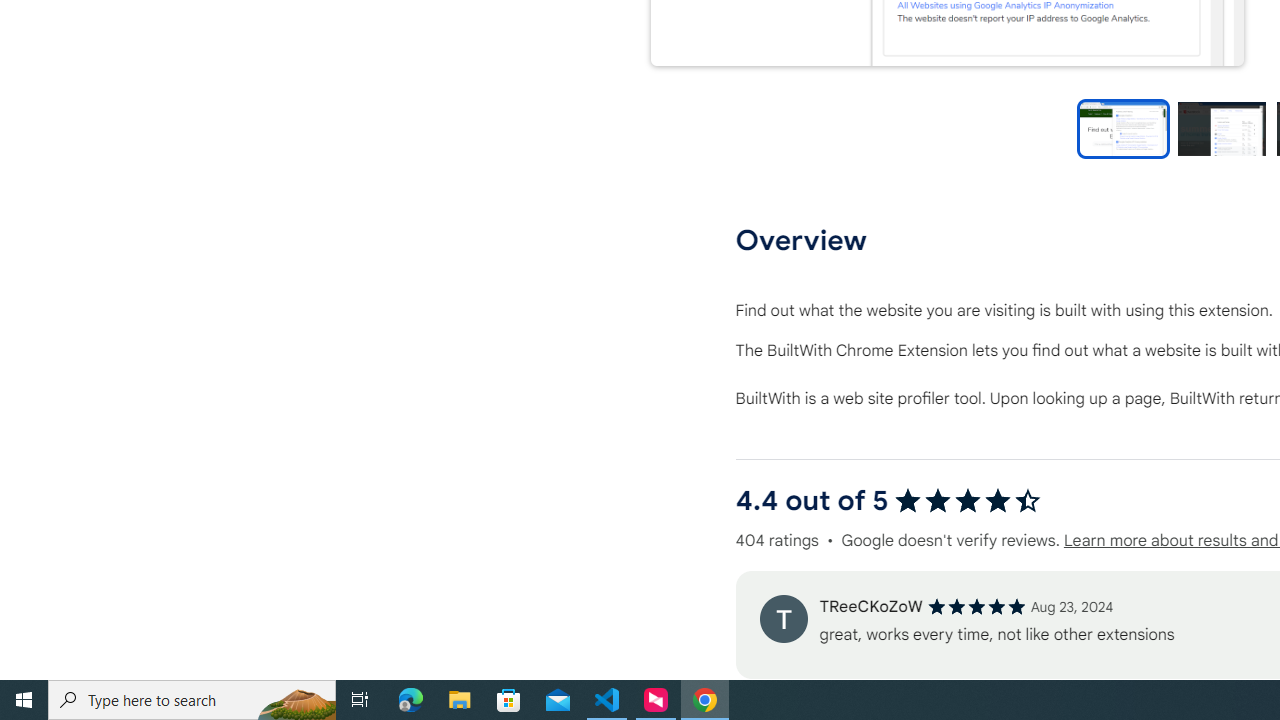 The height and width of the screenshot is (720, 1280). What do you see at coordinates (1220, 128) in the screenshot?
I see `'Preview slide 2'` at bounding box center [1220, 128].